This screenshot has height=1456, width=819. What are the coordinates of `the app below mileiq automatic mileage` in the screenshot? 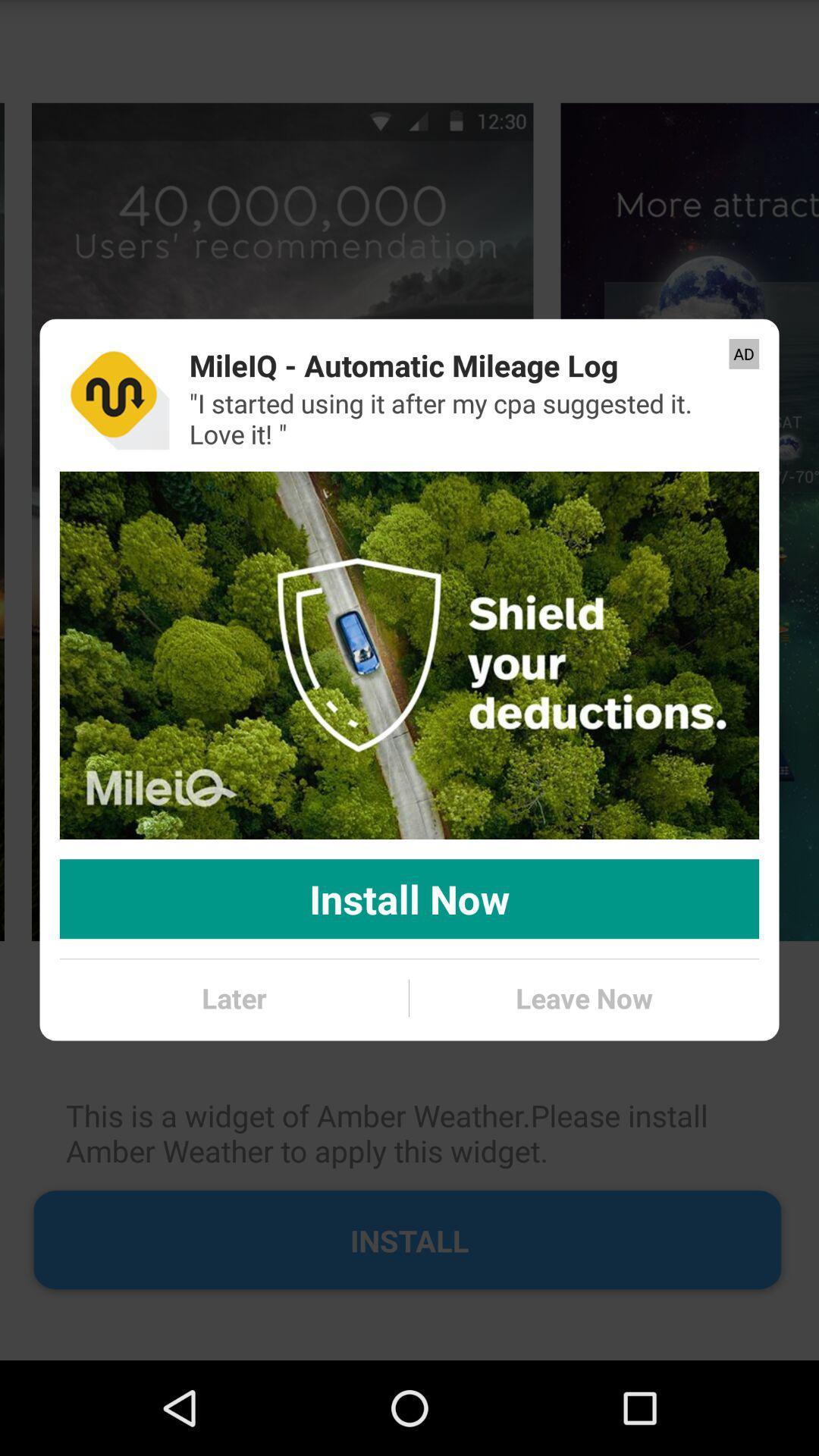 It's located at (463, 419).